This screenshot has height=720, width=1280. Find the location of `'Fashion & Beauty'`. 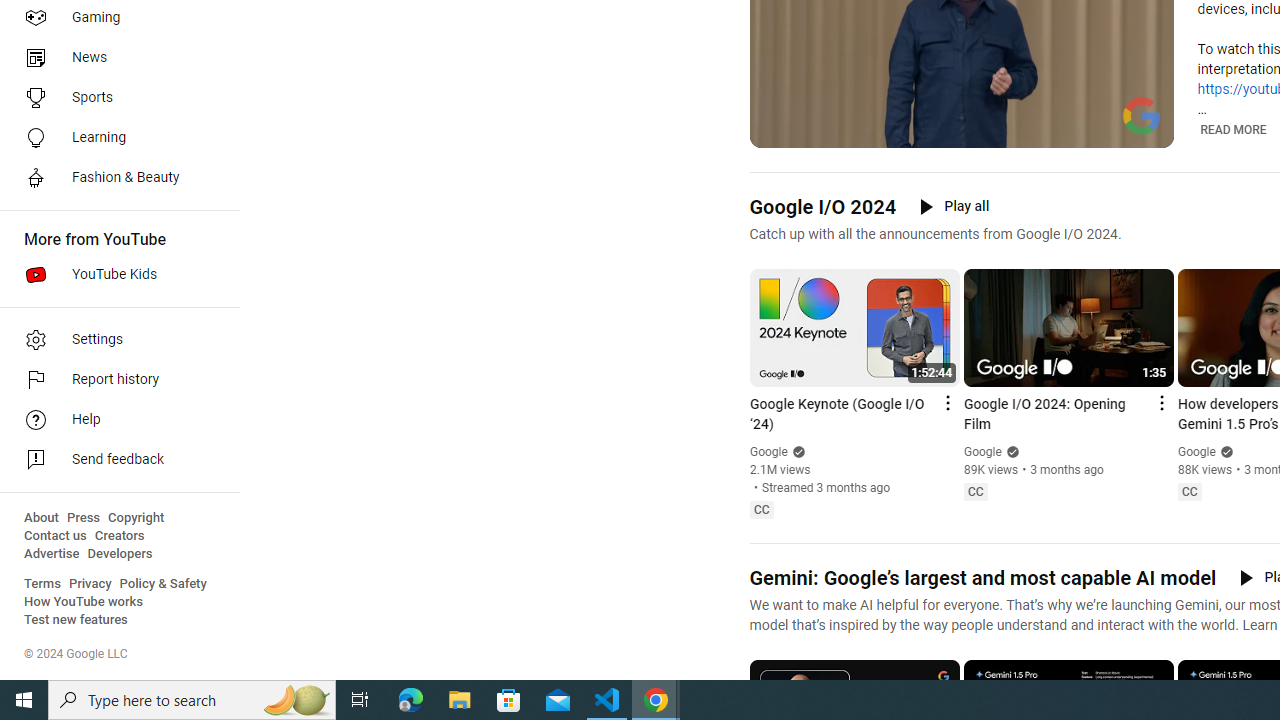

'Fashion & Beauty' is located at coordinates (112, 176).